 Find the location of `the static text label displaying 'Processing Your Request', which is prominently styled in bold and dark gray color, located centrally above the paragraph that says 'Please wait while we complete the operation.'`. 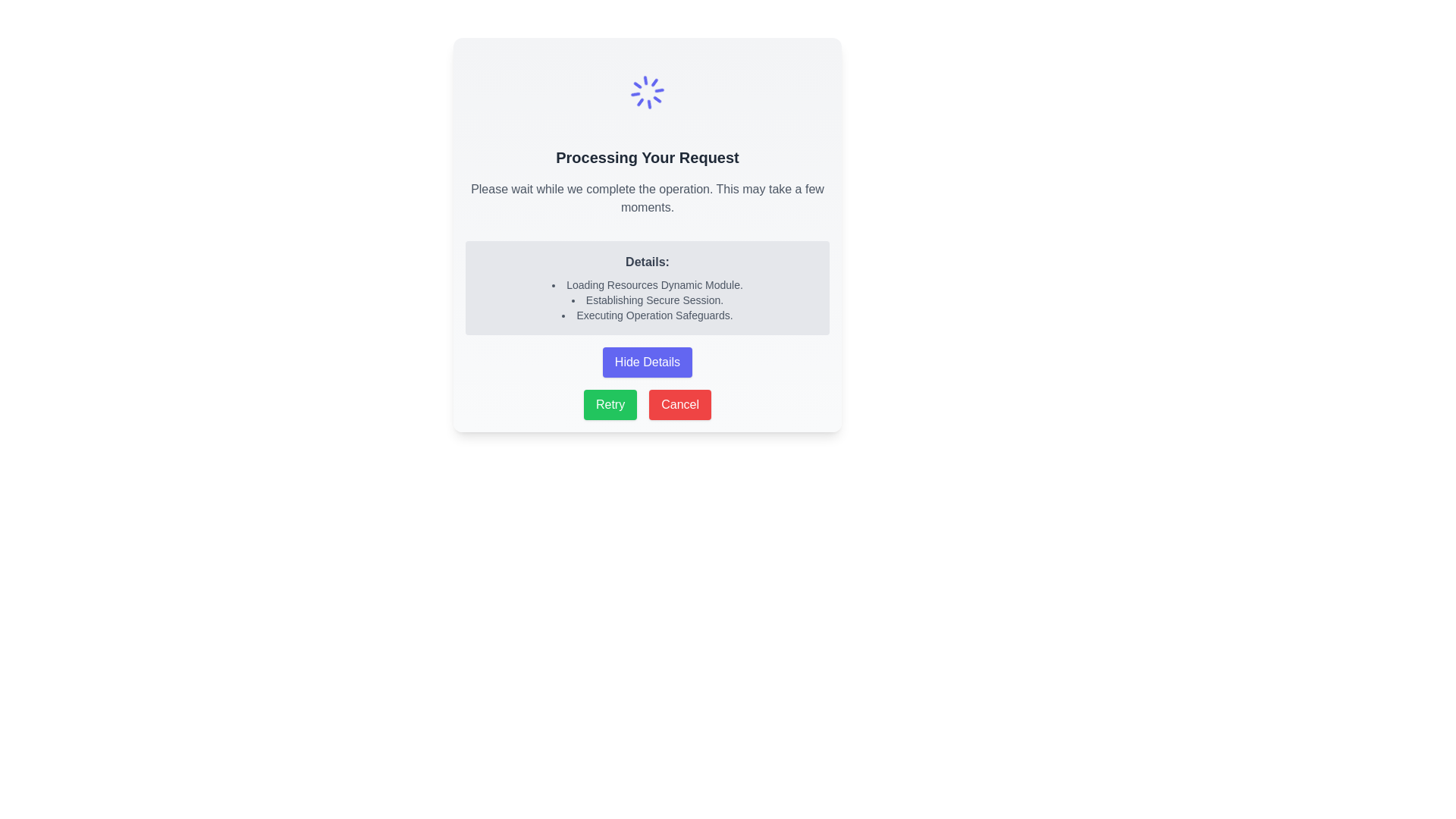

the static text label displaying 'Processing Your Request', which is prominently styled in bold and dark gray color, located centrally above the paragraph that says 'Please wait while we complete the operation.' is located at coordinates (648, 158).